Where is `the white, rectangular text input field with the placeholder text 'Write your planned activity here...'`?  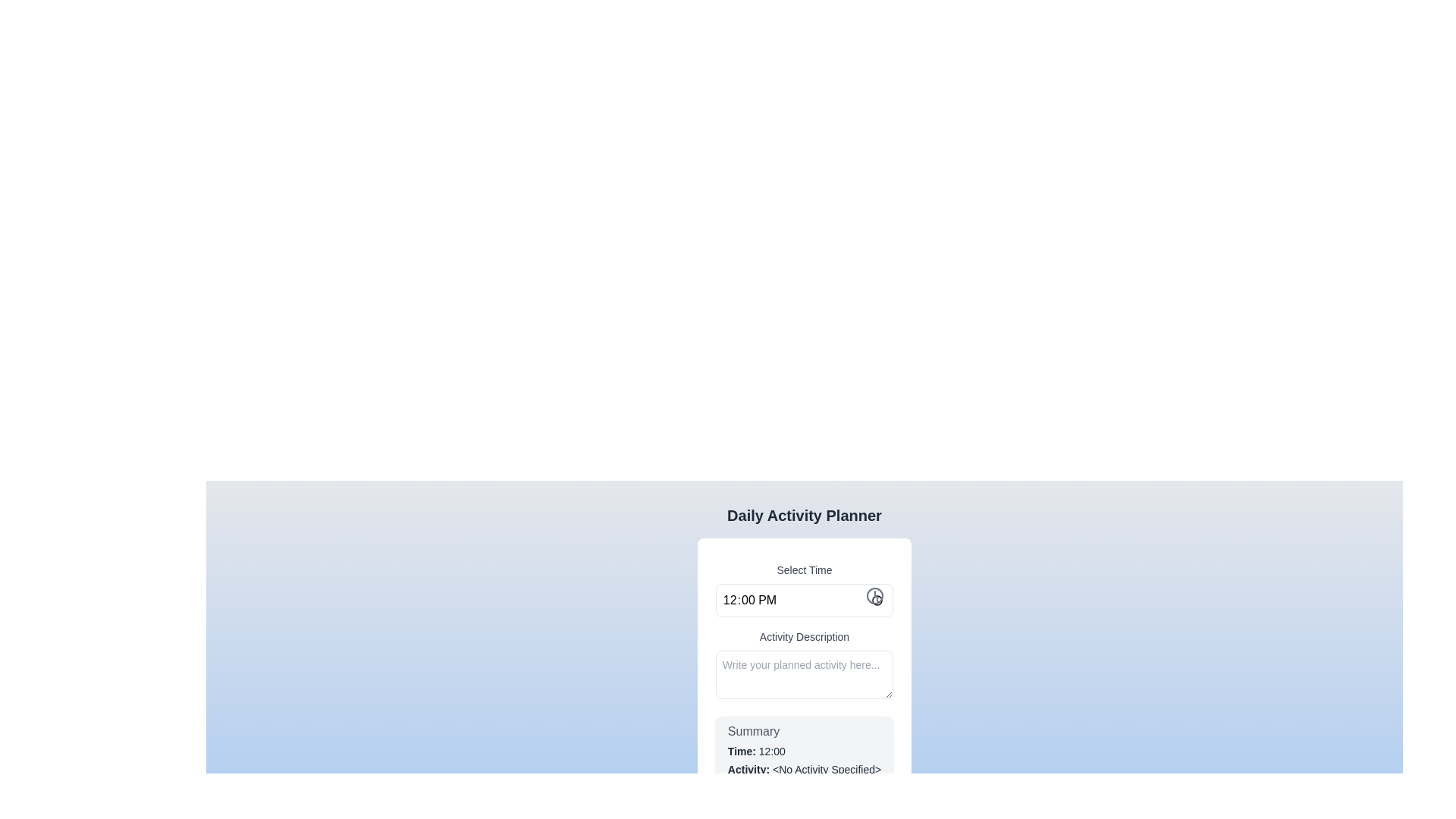 the white, rectangular text input field with the placeholder text 'Write your planned activity here...' is located at coordinates (803, 672).